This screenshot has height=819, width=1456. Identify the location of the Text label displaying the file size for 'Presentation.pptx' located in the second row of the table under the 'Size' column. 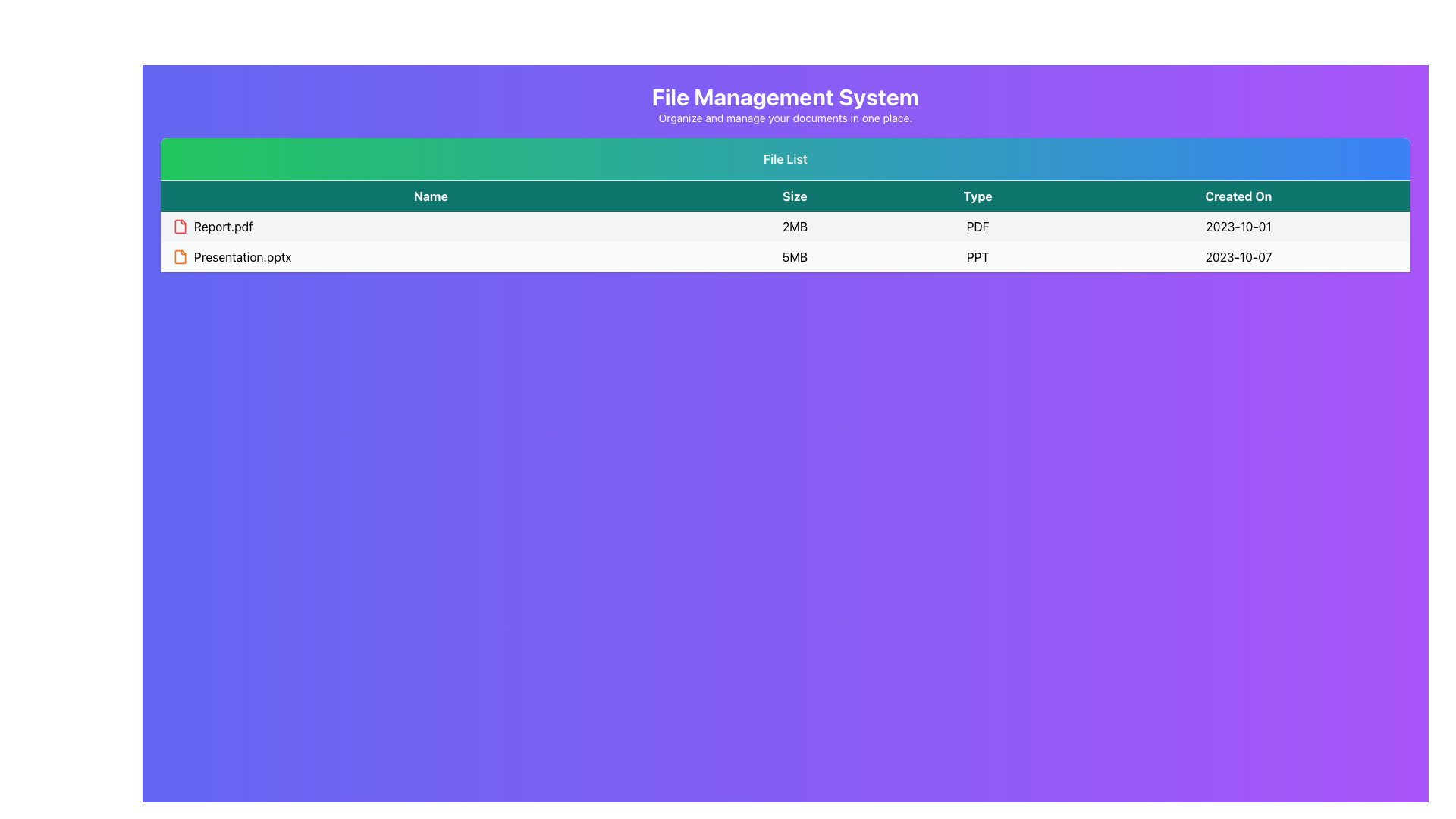
(794, 256).